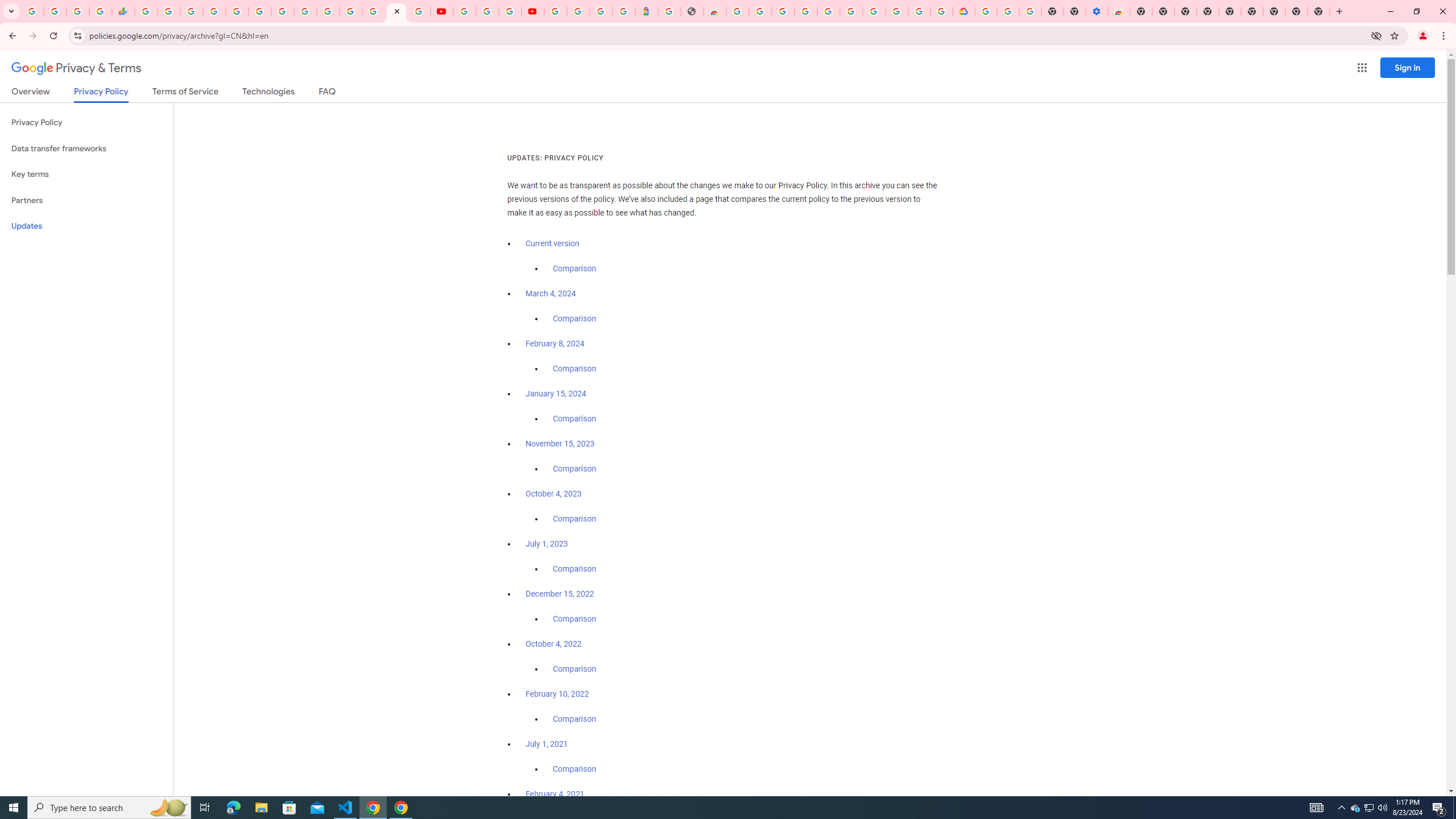  I want to click on 'Content Creator Programs & Opportunities - YouTube Creators', so click(532, 11).